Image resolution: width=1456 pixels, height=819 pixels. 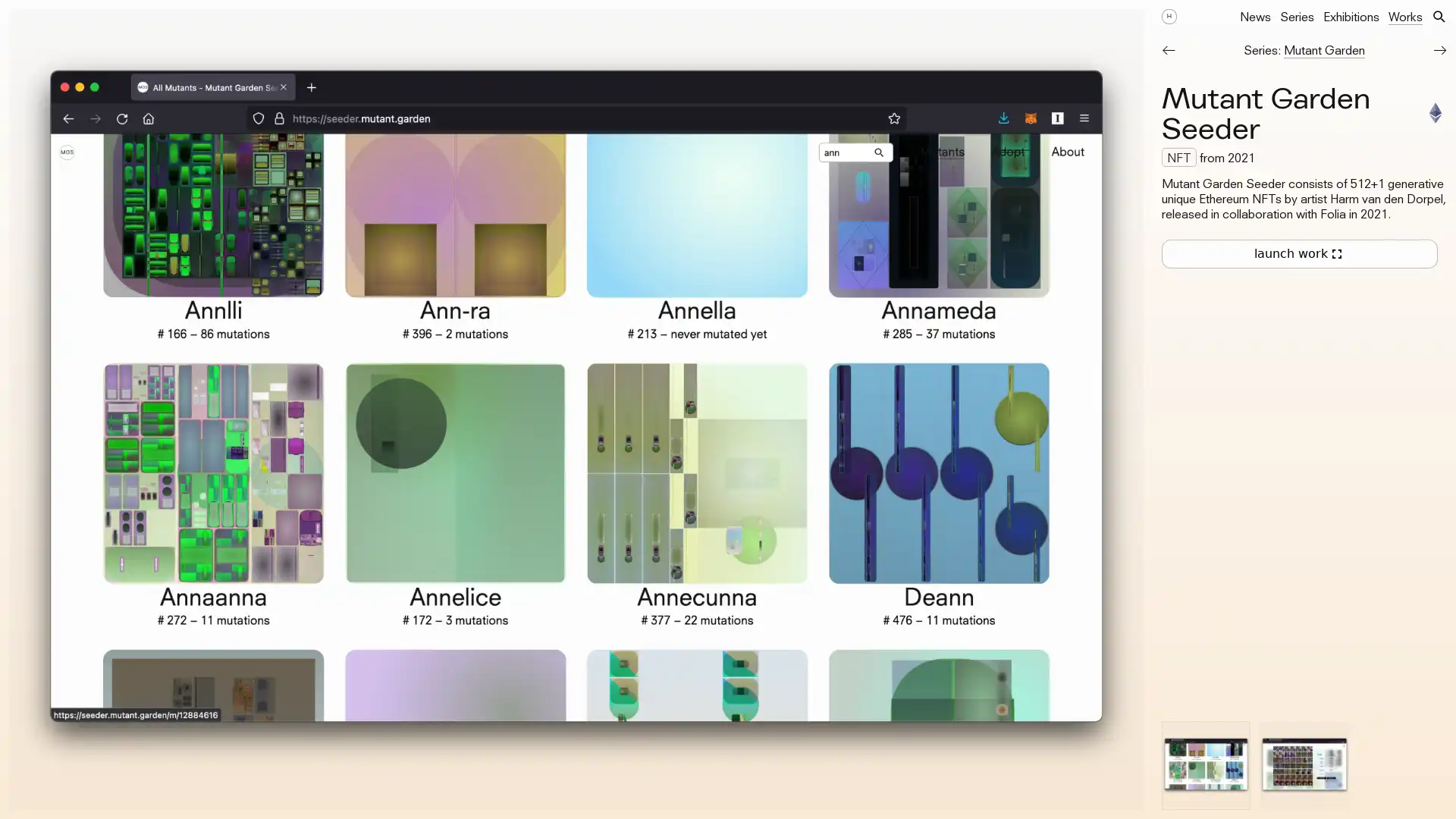 What do you see at coordinates (1298, 253) in the screenshot?
I see `launch work` at bounding box center [1298, 253].